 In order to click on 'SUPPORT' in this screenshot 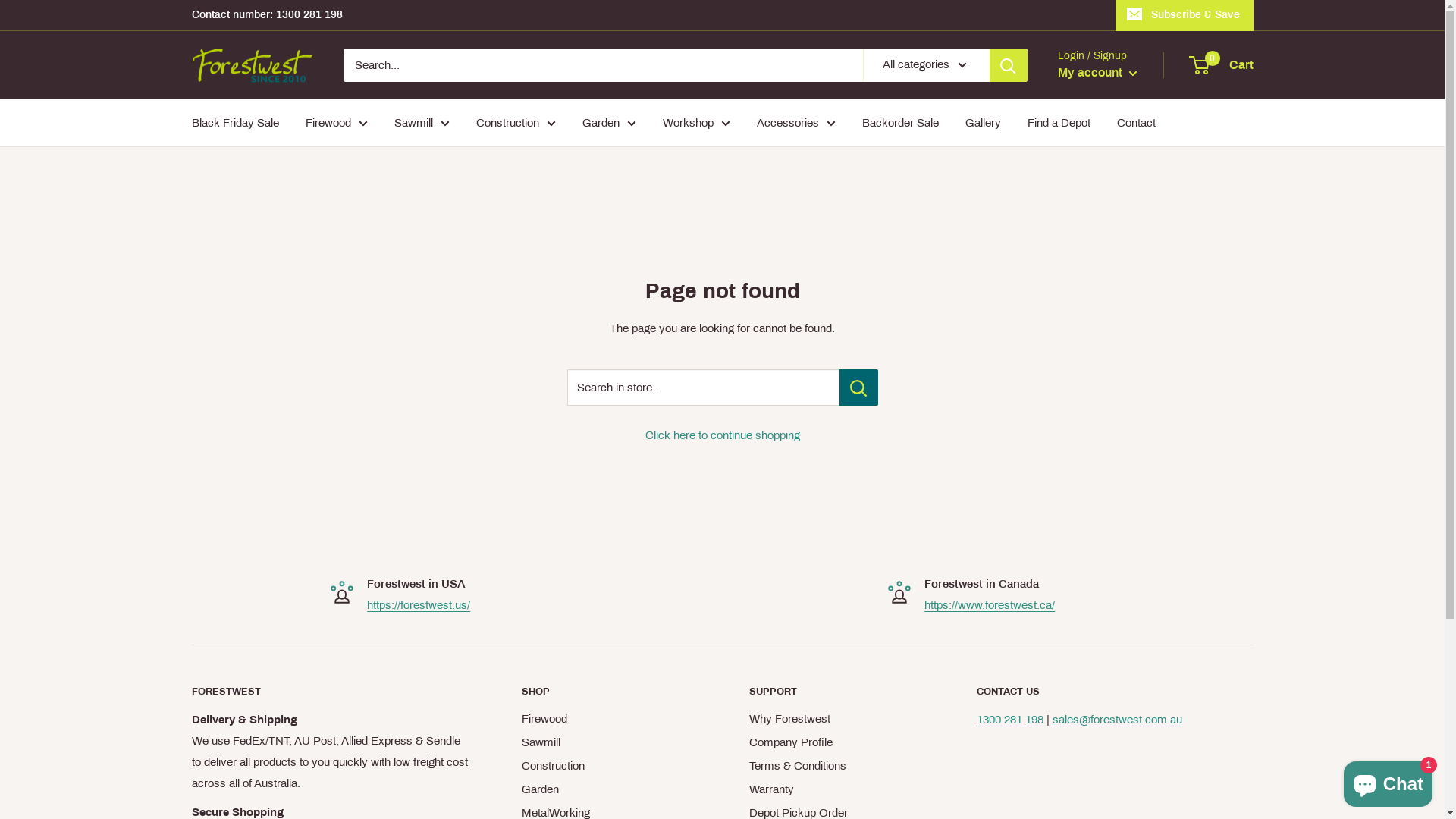, I will do `click(836, 691)`.